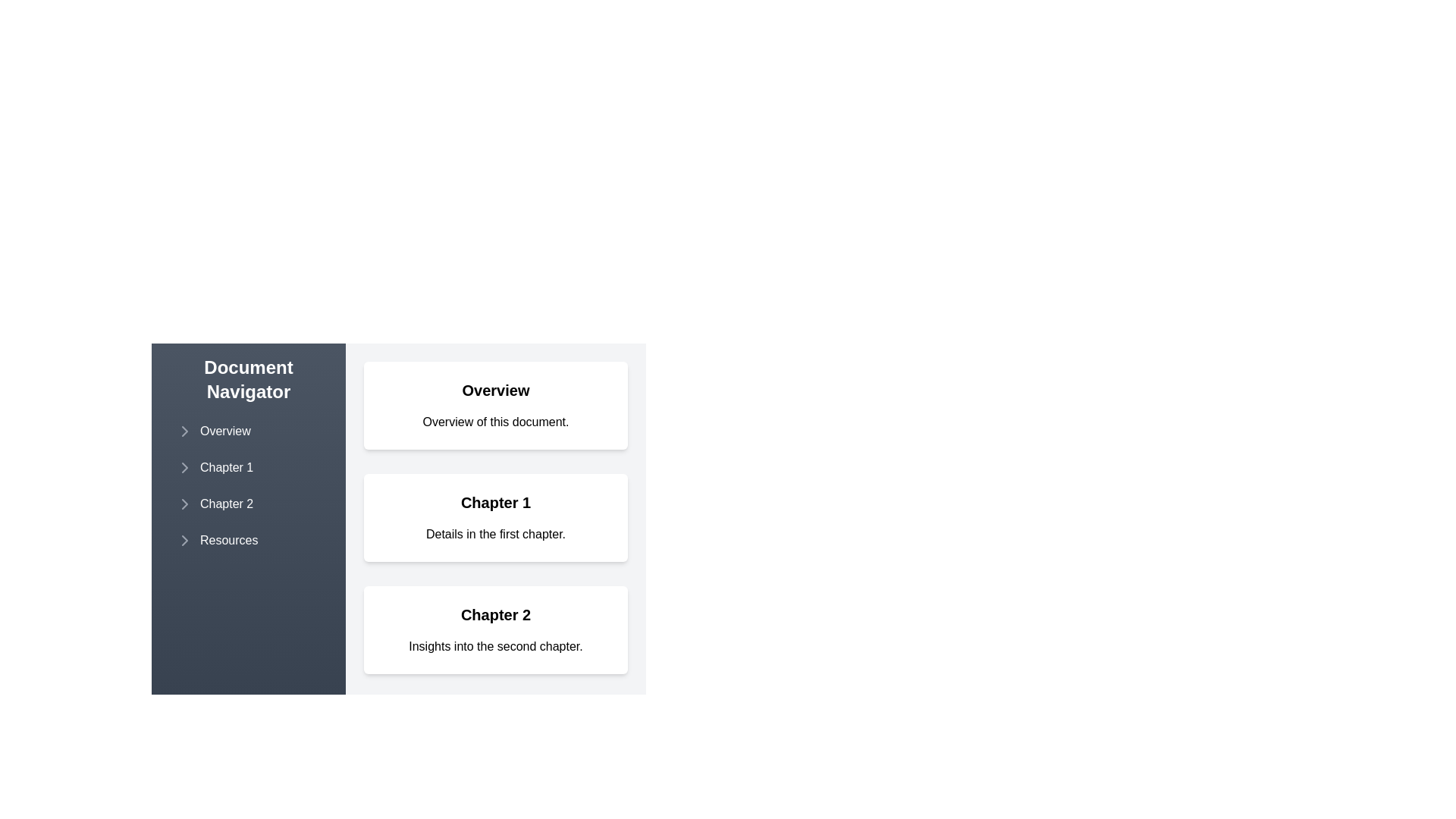 The width and height of the screenshot is (1456, 819). What do you see at coordinates (495, 646) in the screenshot?
I see `the text label providing a brief description related to 'Chapter 2', located within the card structure beneath the header 'Chapter 2'` at bounding box center [495, 646].